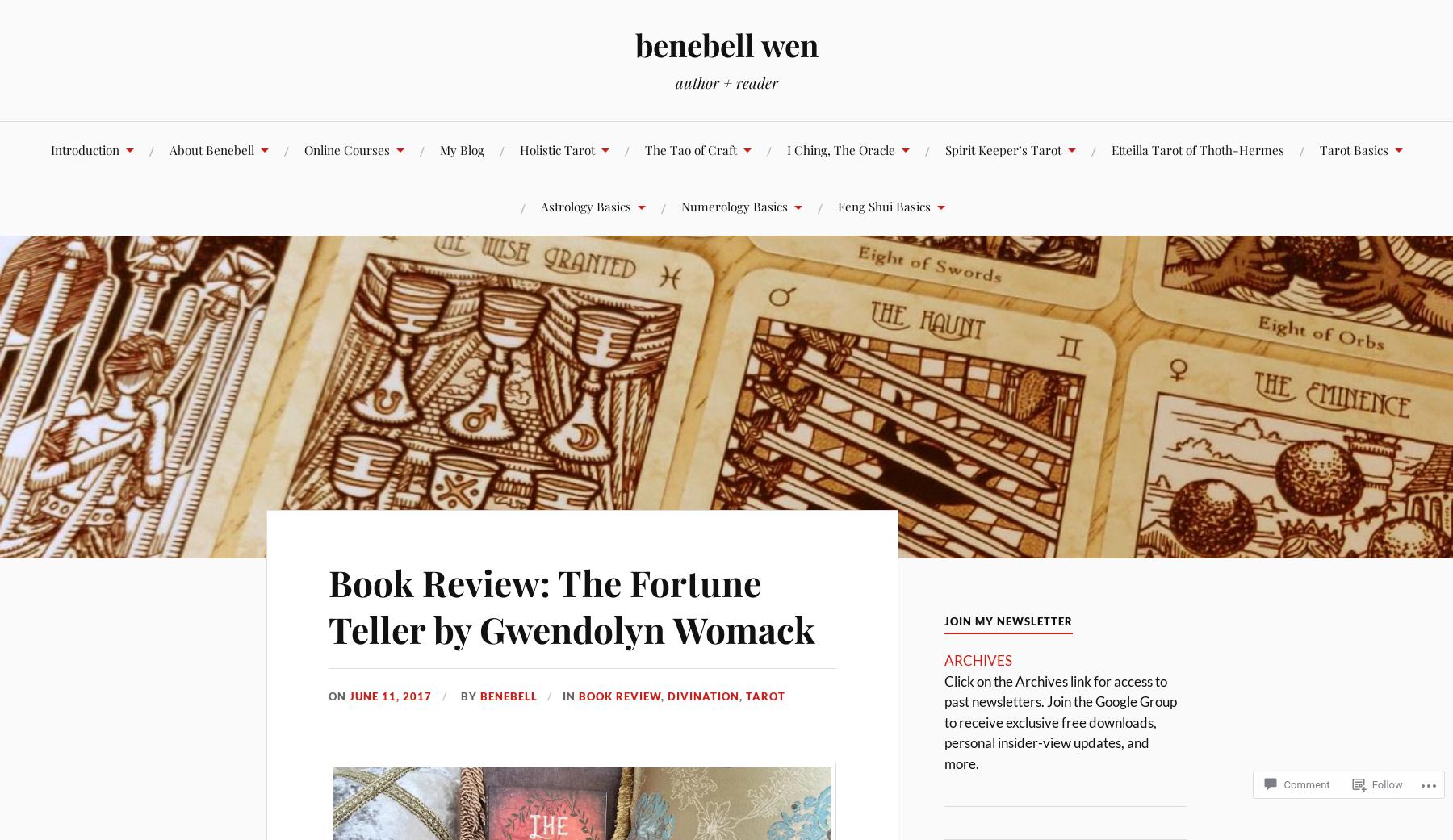 This screenshot has height=840, width=1453. I want to click on 'ARCHIVES', so click(977, 660).